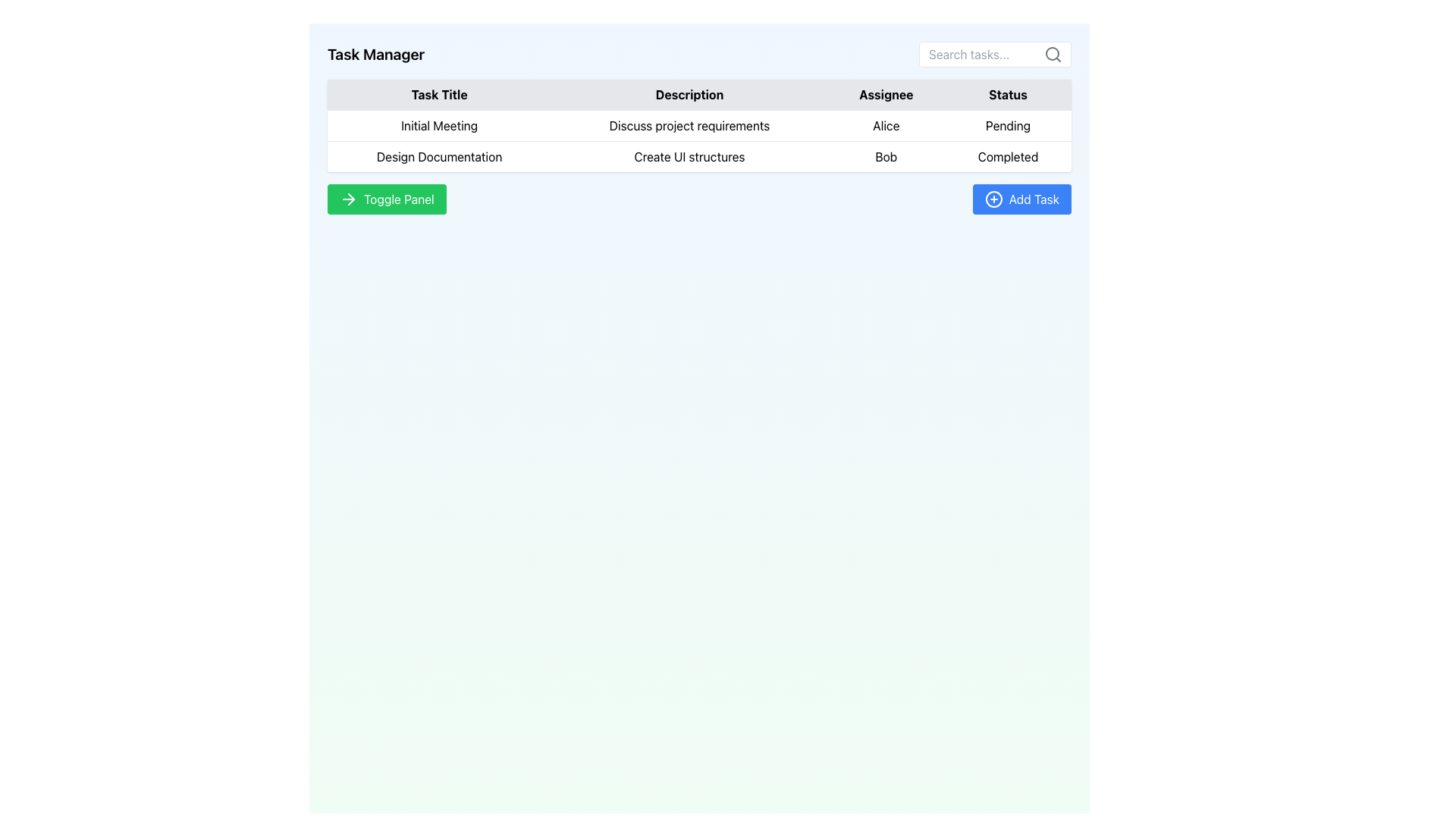  What do you see at coordinates (1021, 198) in the screenshot?
I see `the 'Add Task' button with a blue background and white text` at bounding box center [1021, 198].